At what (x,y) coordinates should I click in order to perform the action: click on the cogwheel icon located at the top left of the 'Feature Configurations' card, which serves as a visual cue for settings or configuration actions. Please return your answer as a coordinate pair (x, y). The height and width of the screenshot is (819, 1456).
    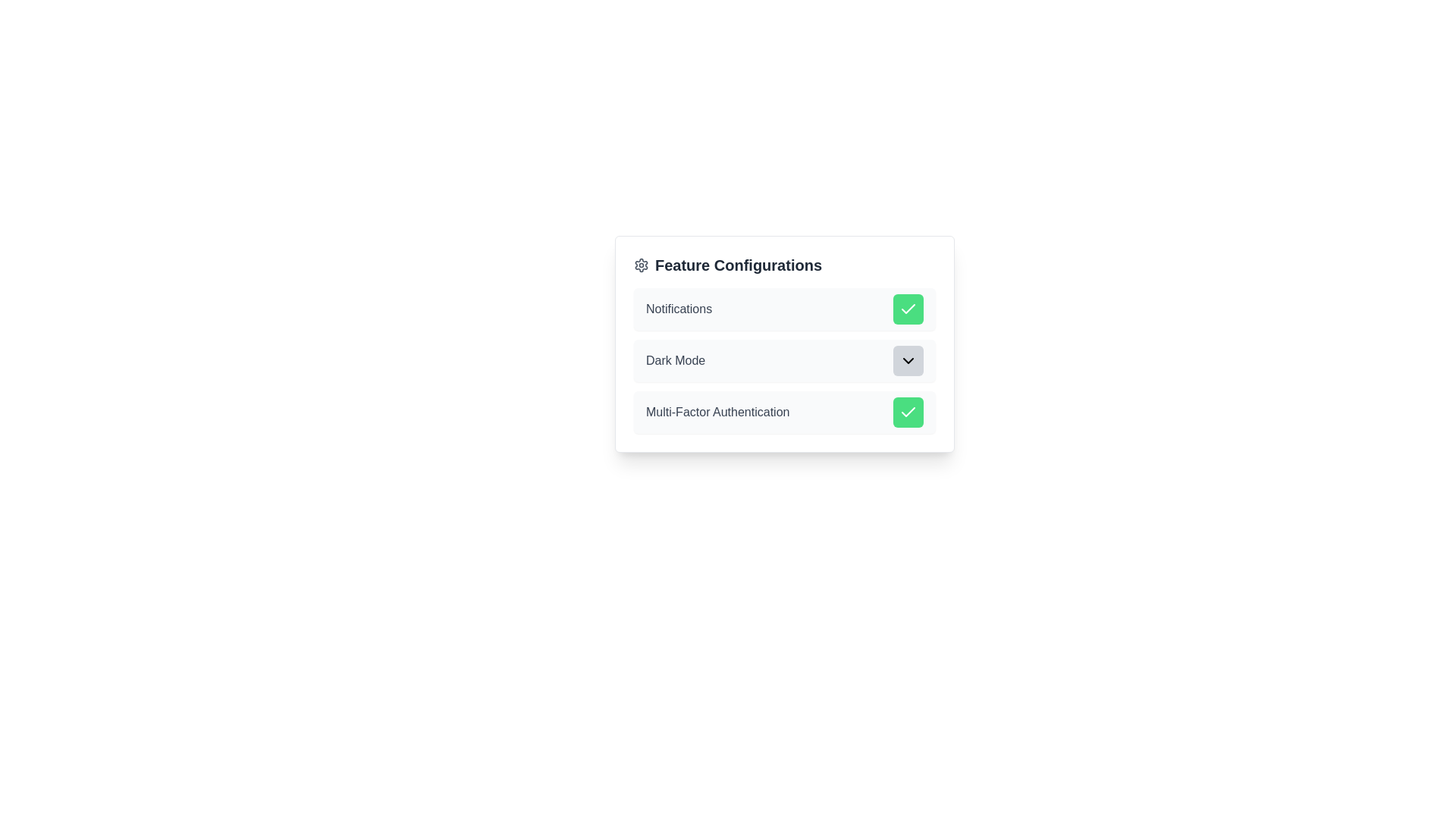
    Looking at the image, I should click on (641, 265).